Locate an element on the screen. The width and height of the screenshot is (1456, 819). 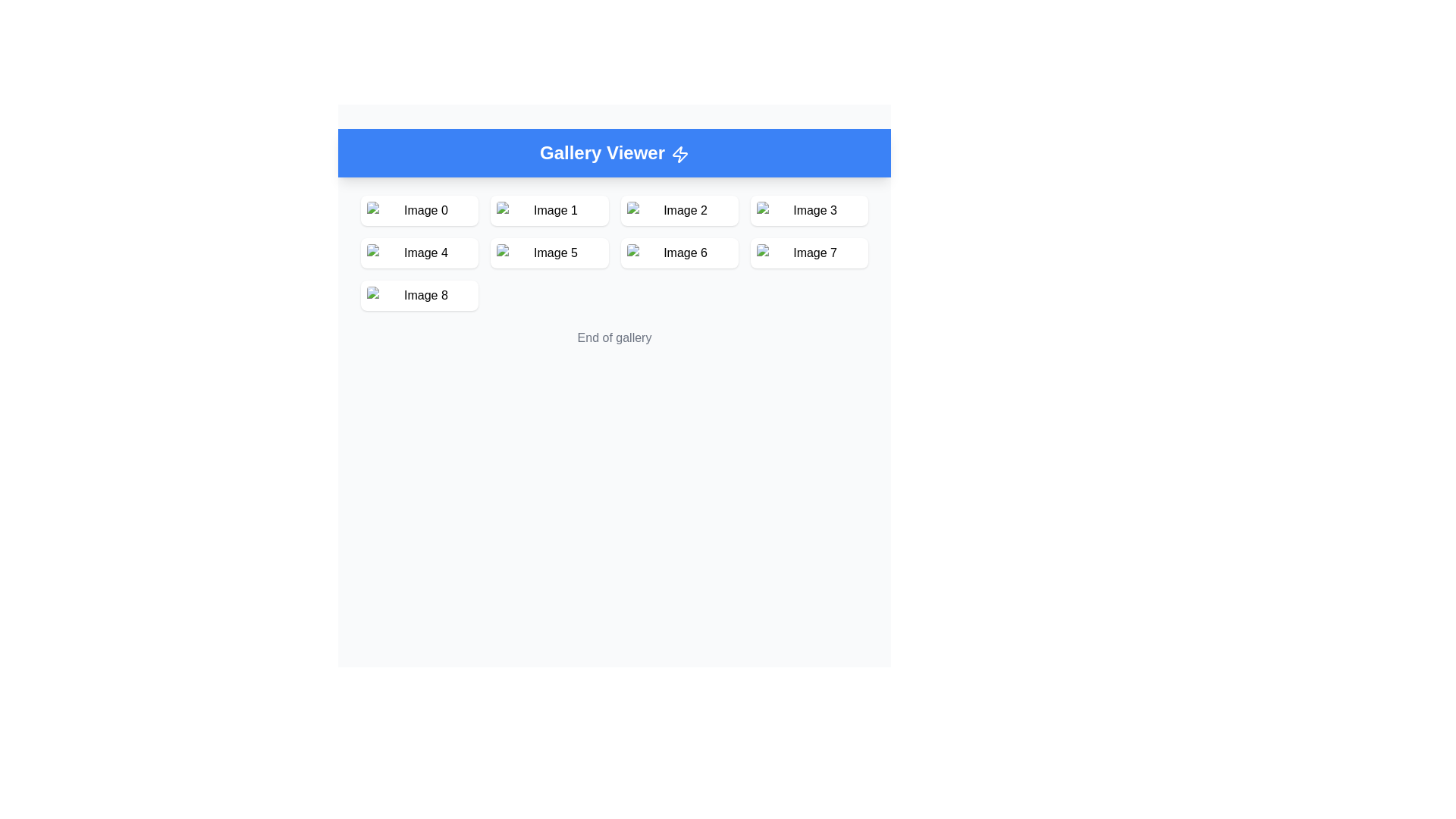
the fourth element in the top row of the gallery viewer, which displays an image and a corresponding label is located at coordinates (808, 210).